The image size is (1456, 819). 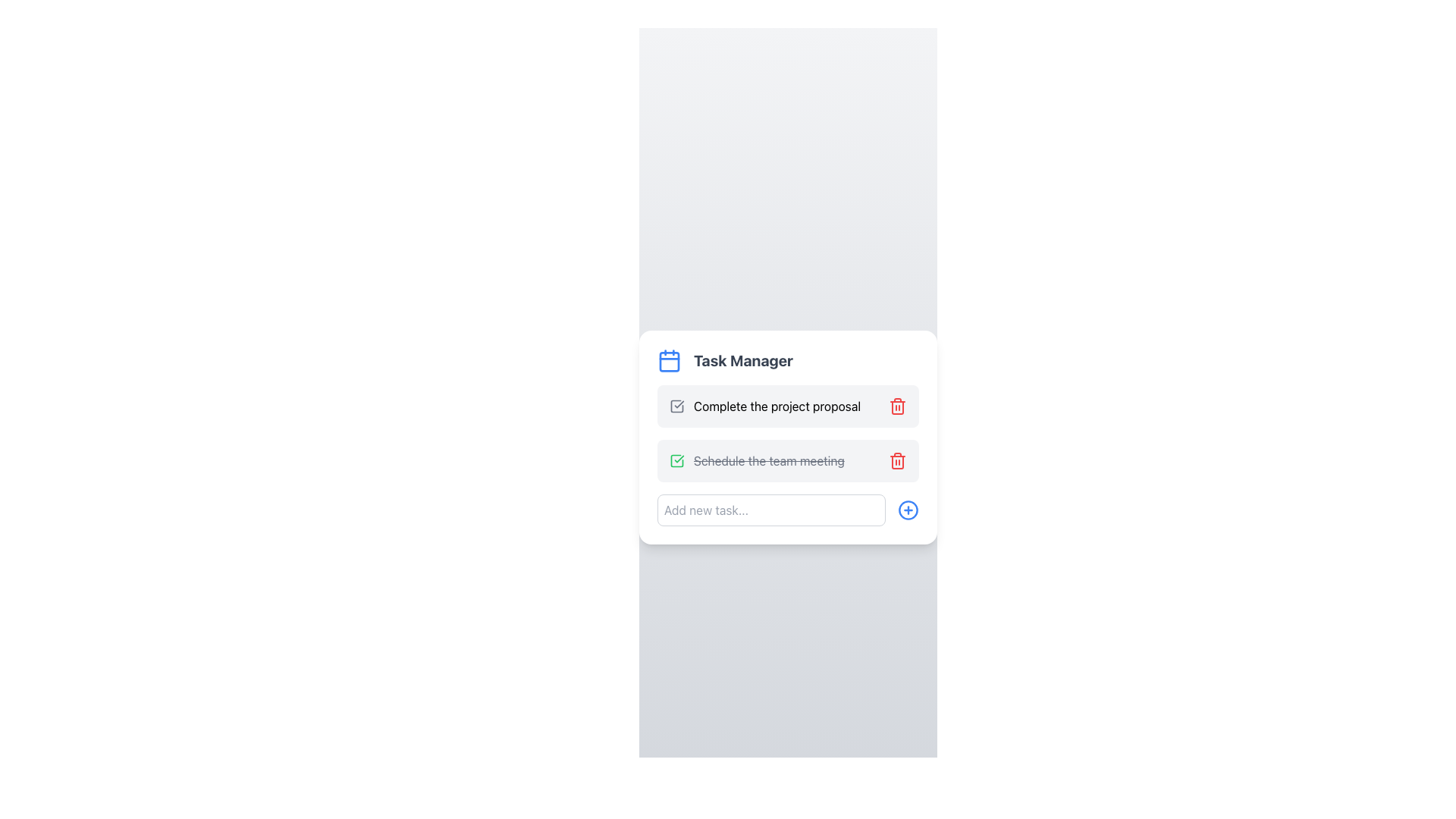 What do you see at coordinates (898, 461) in the screenshot?
I see `the outer border of the red trashcan icon associated with the task 'Schedule the team meeting' to check for any visual changes` at bounding box center [898, 461].